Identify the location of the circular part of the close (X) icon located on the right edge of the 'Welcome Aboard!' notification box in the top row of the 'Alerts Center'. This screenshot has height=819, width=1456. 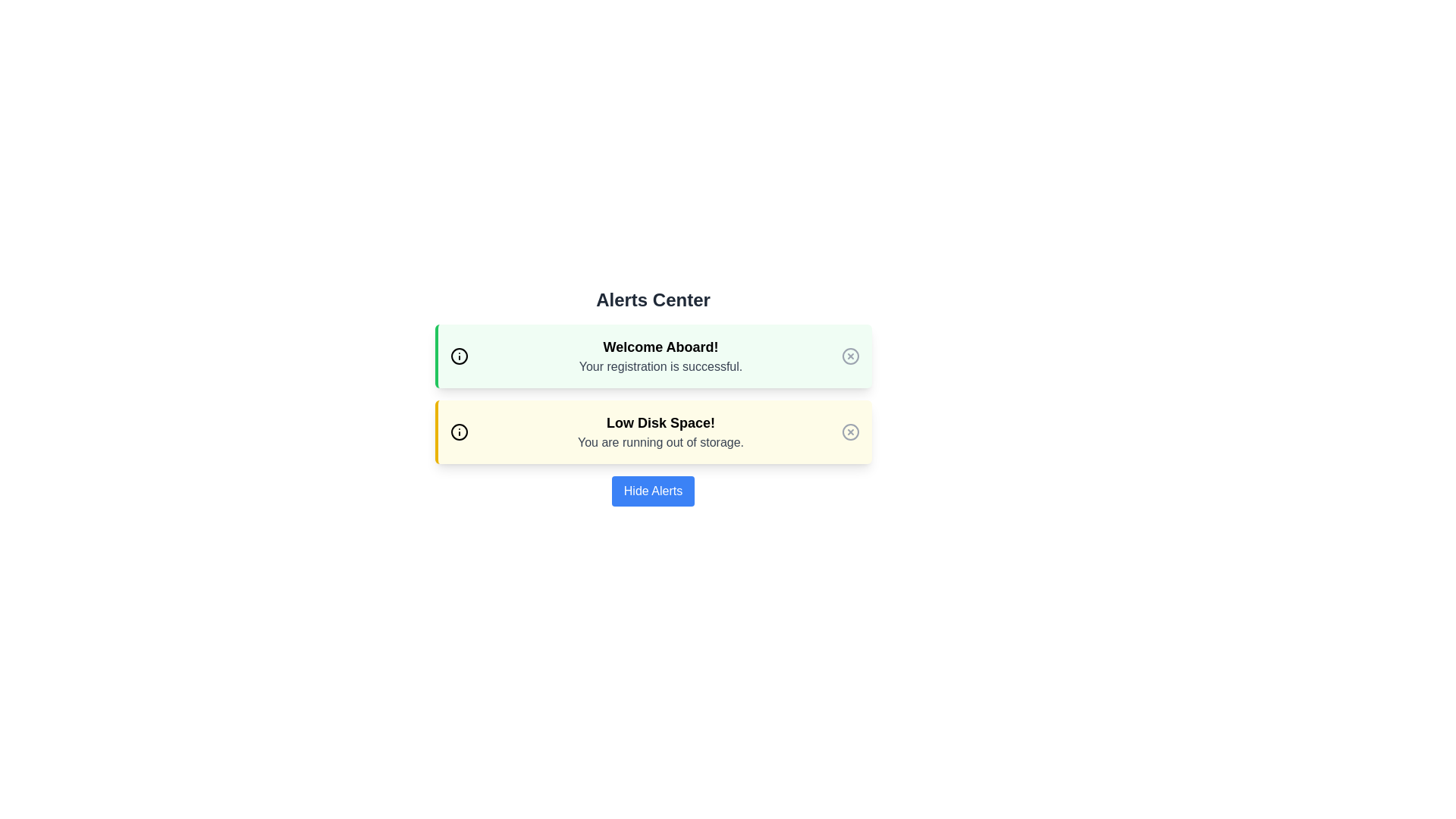
(850, 356).